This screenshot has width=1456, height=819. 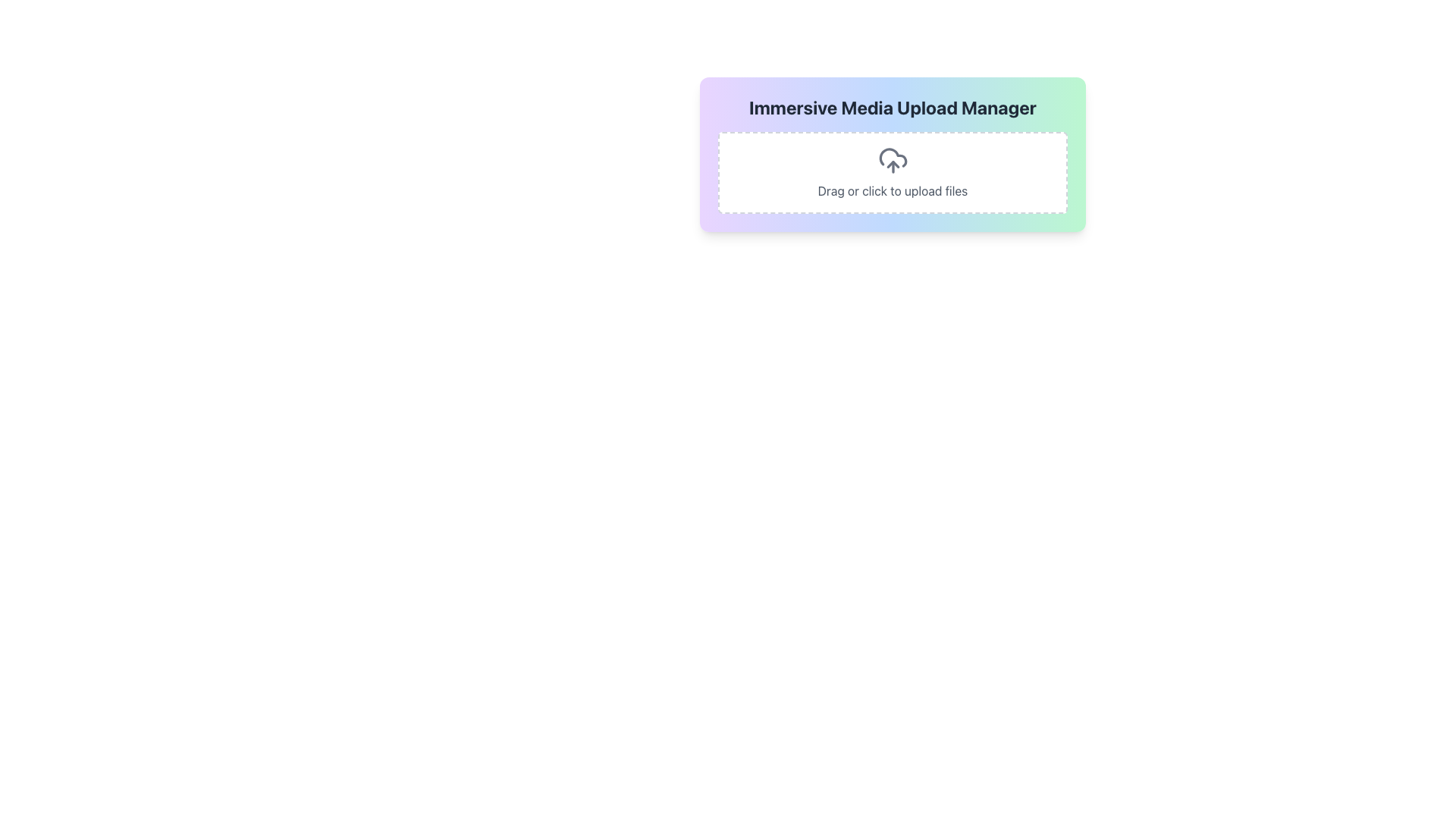 I want to click on the static text label that reads 'Drag or click to upload files', which is styled in gray and located centrally within the bordered area for file uploading, so click(x=893, y=190).